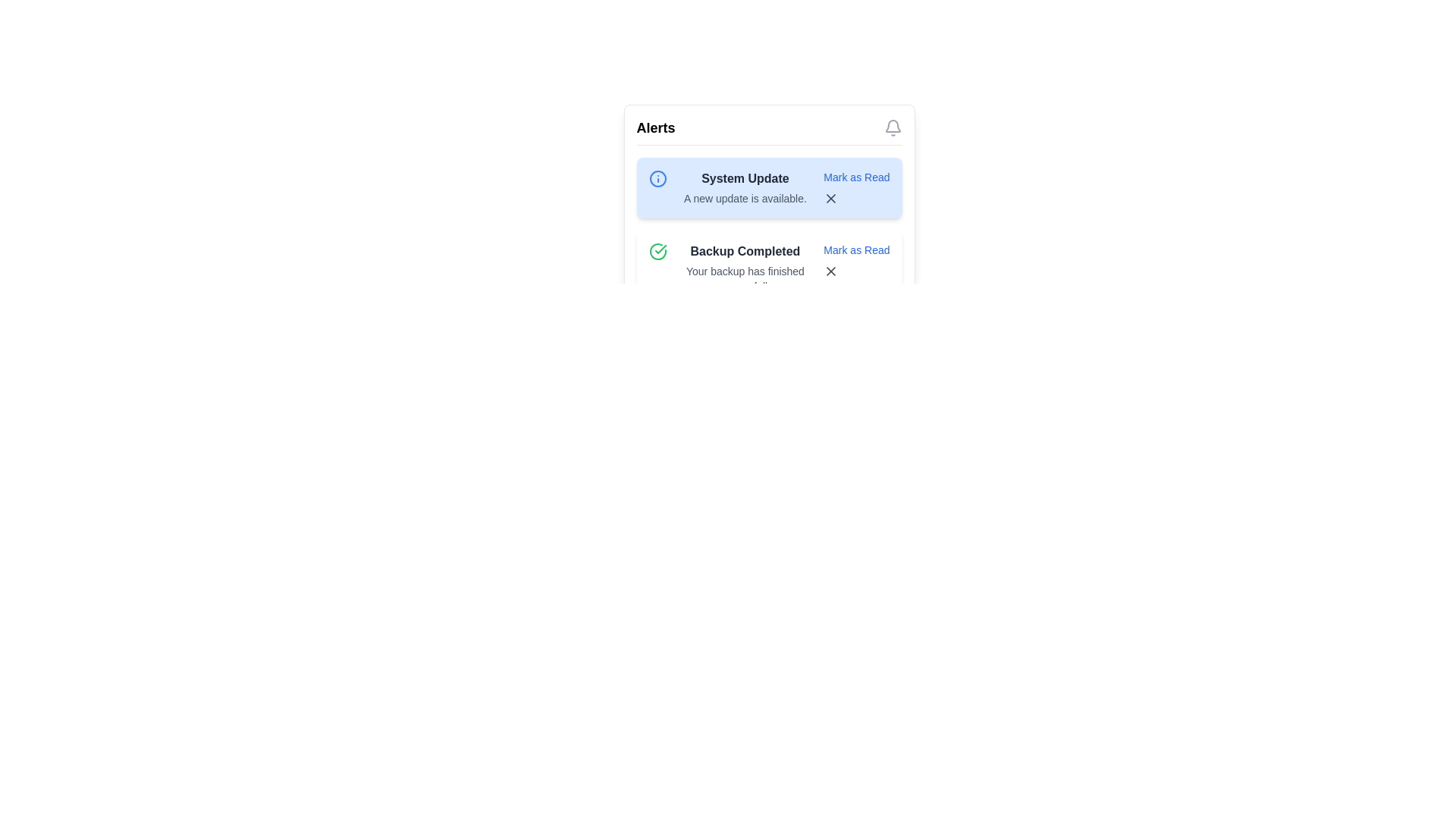 The height and width of the screenshot is (819, 1456). What do you see at coordinates (830, 271) in the screenshot?
I see `the second 'X' icon button in the alert panel` at bounding box center [830, 271].